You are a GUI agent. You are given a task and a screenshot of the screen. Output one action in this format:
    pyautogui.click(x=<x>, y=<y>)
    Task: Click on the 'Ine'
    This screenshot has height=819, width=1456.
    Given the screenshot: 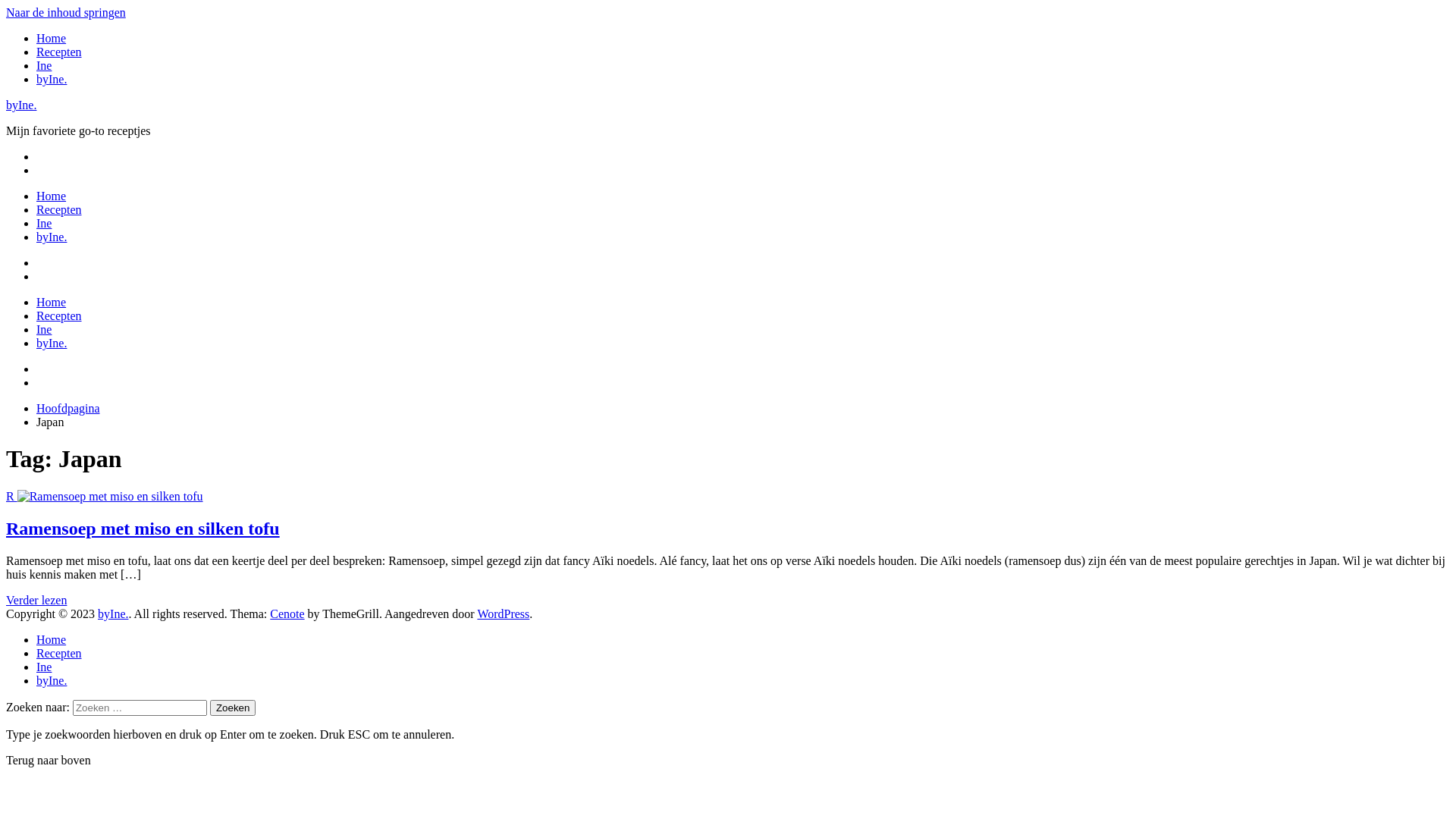 What is the action you would take?
    pyautogui.click(x=43, y=64)
    